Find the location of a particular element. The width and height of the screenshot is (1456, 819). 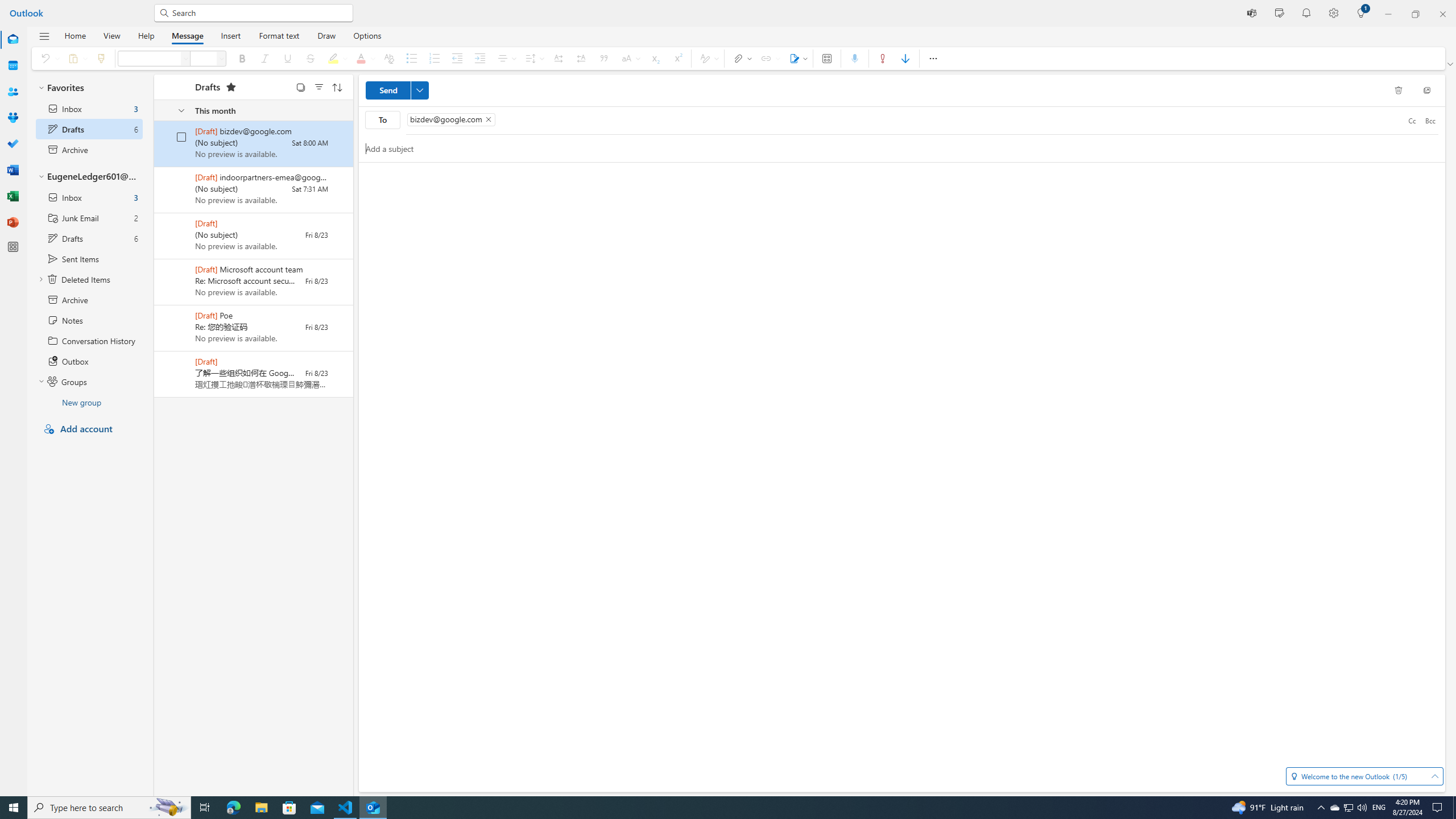

'Send' is located at coordinates (396, 90).